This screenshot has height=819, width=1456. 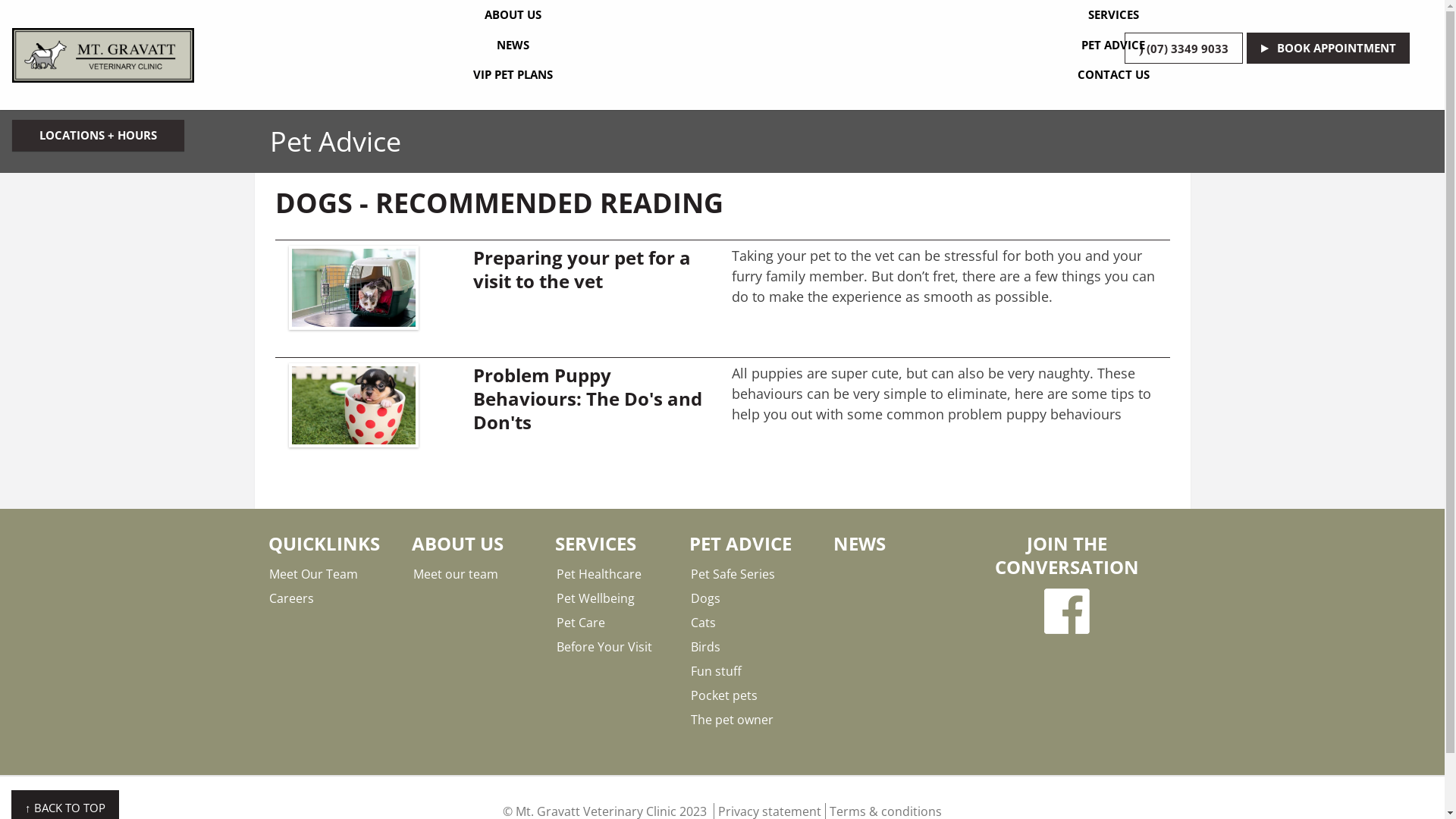 What do you see at coordinates (752, 623) in the screenshot?
I see `'Cats'` at bounding box center [752, 623].